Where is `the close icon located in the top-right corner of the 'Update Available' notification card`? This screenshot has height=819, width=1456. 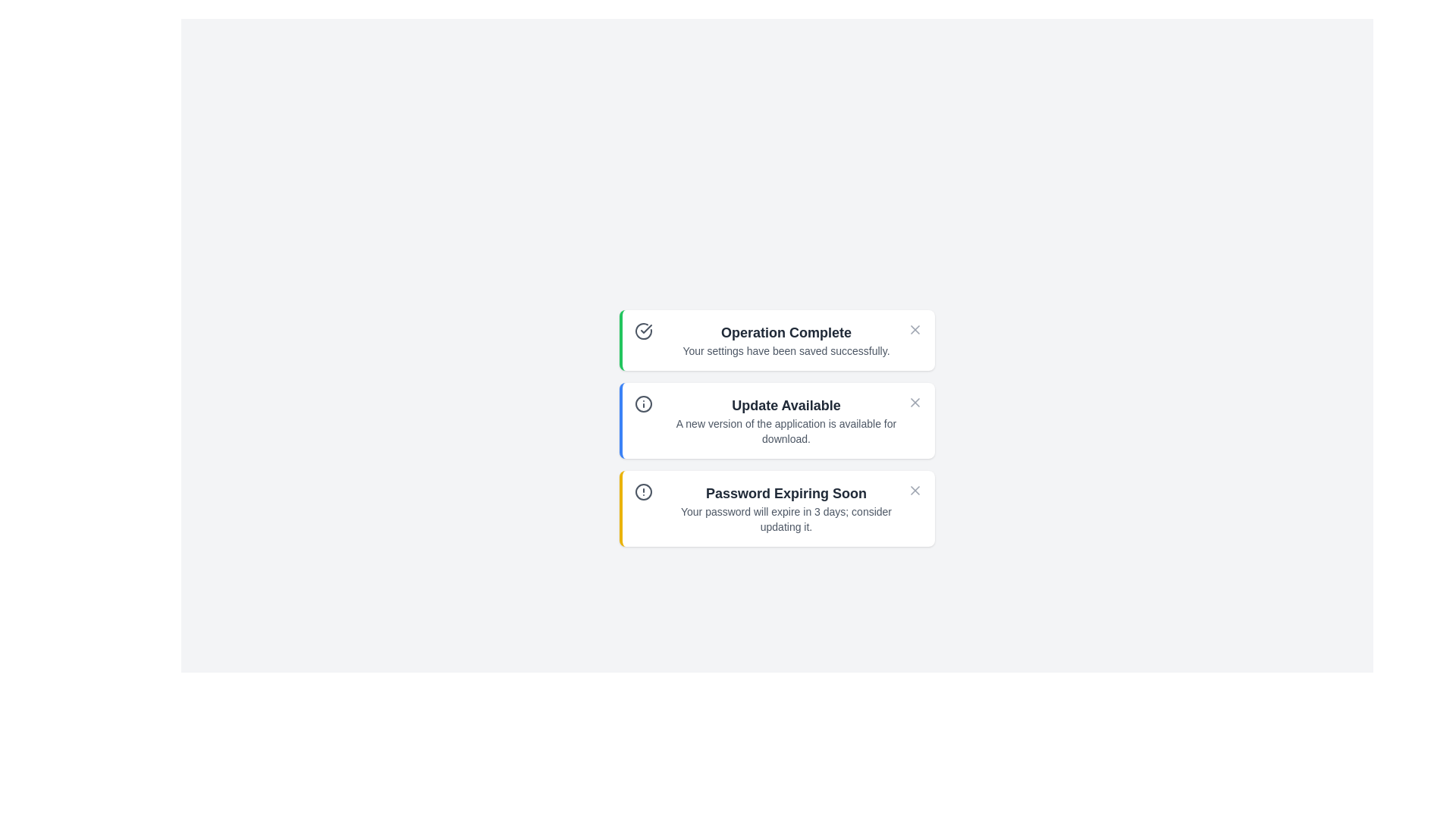 the close icon located in the top-right corner of the 'Update Available' notification card is located at coordinates (914, 402).